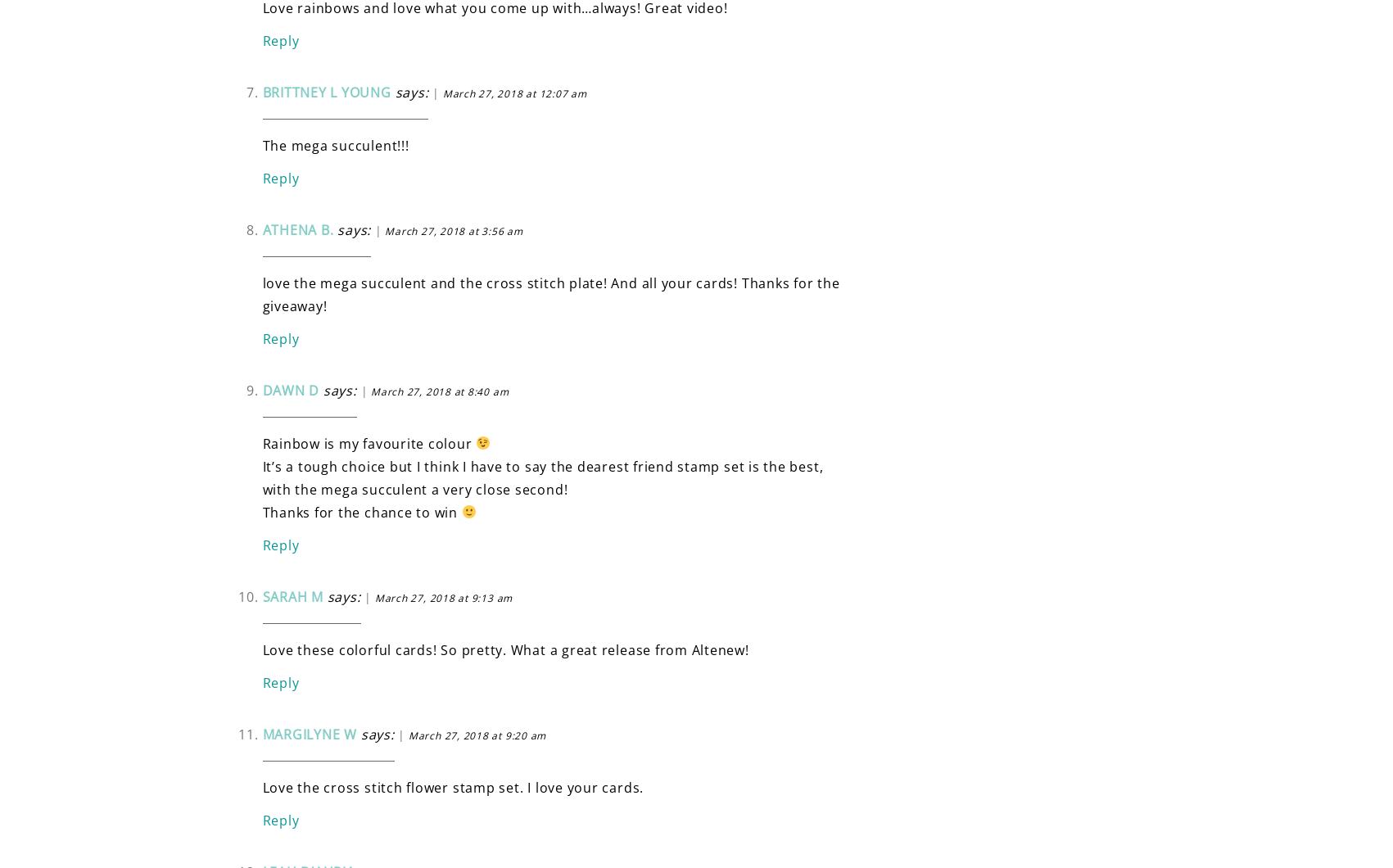 The height and width of the screenshot is (868, 1393). What do you see at coordinates (290, 389) in the screenshot?
I see `'Dawn D'` at bounding box center [290, 389].